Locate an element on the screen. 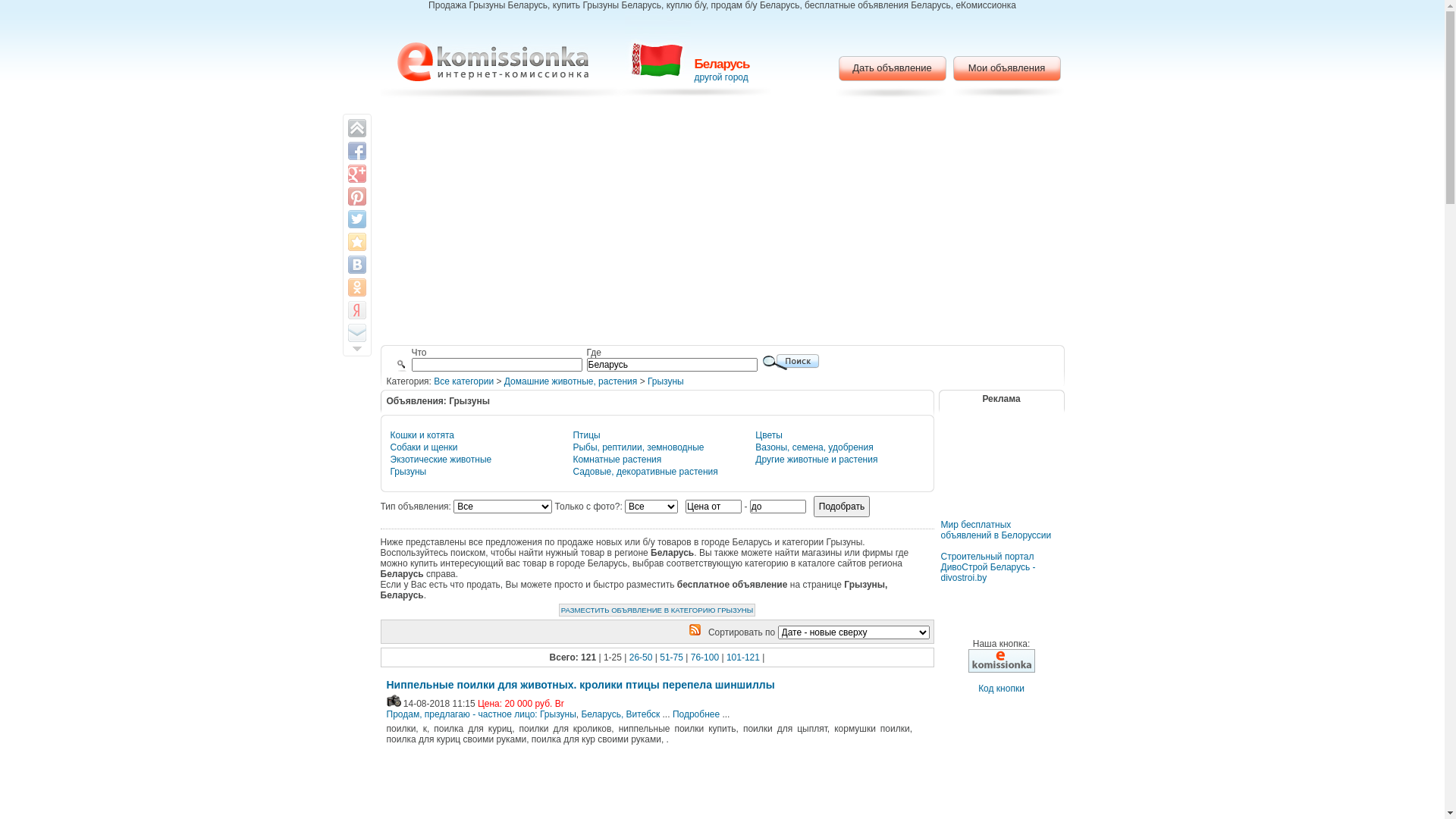 Image resolution: width=1456 pixels, height=819 pixels. 'Share on Facebook' is located at coordinates (356, 151).